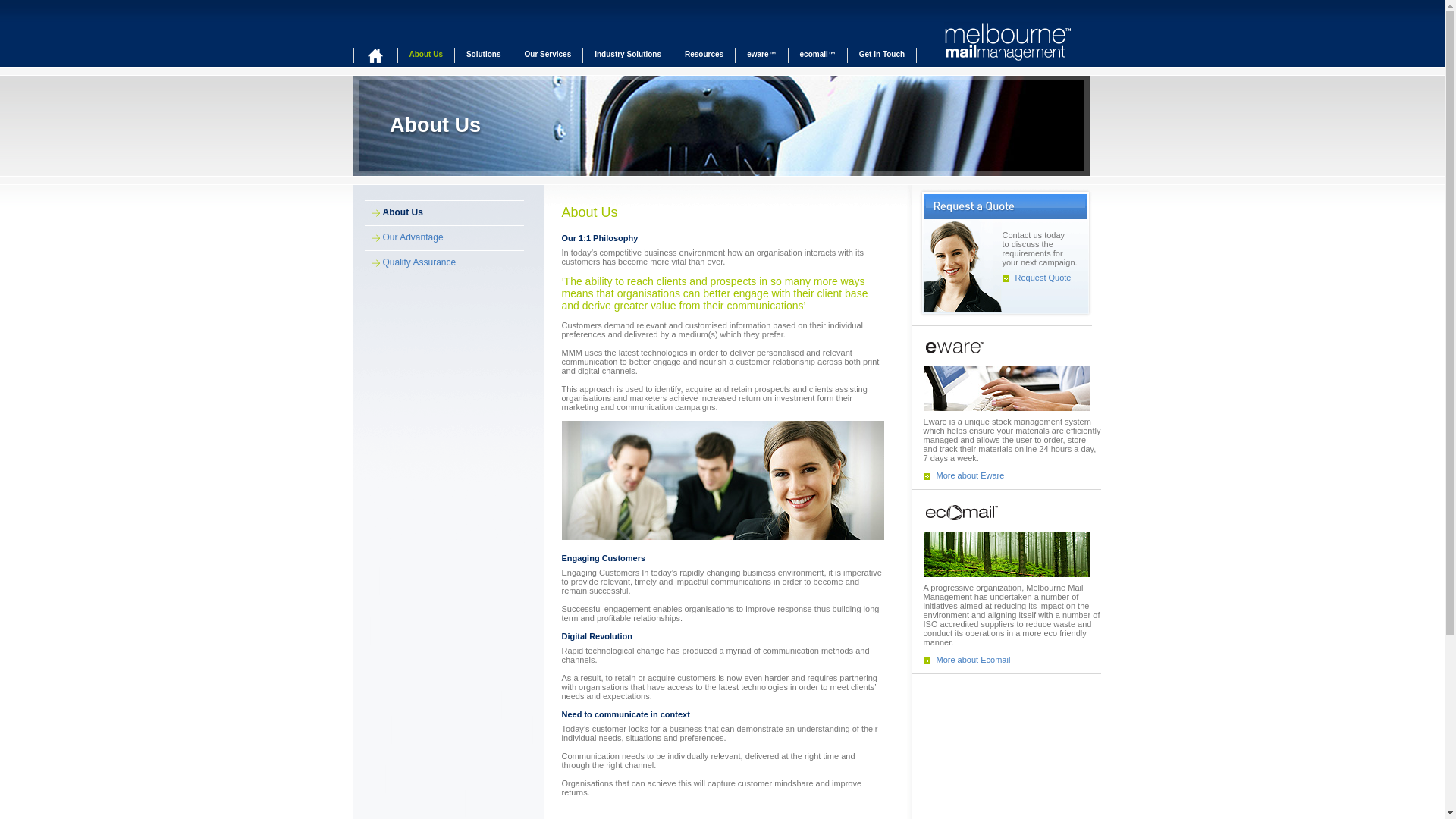 This screenshot has width=1456, height=819. What do you see at coordinates (403, 237) in the screenshot?
I see `'Our Advantage'` at bounding box center [403, 237].